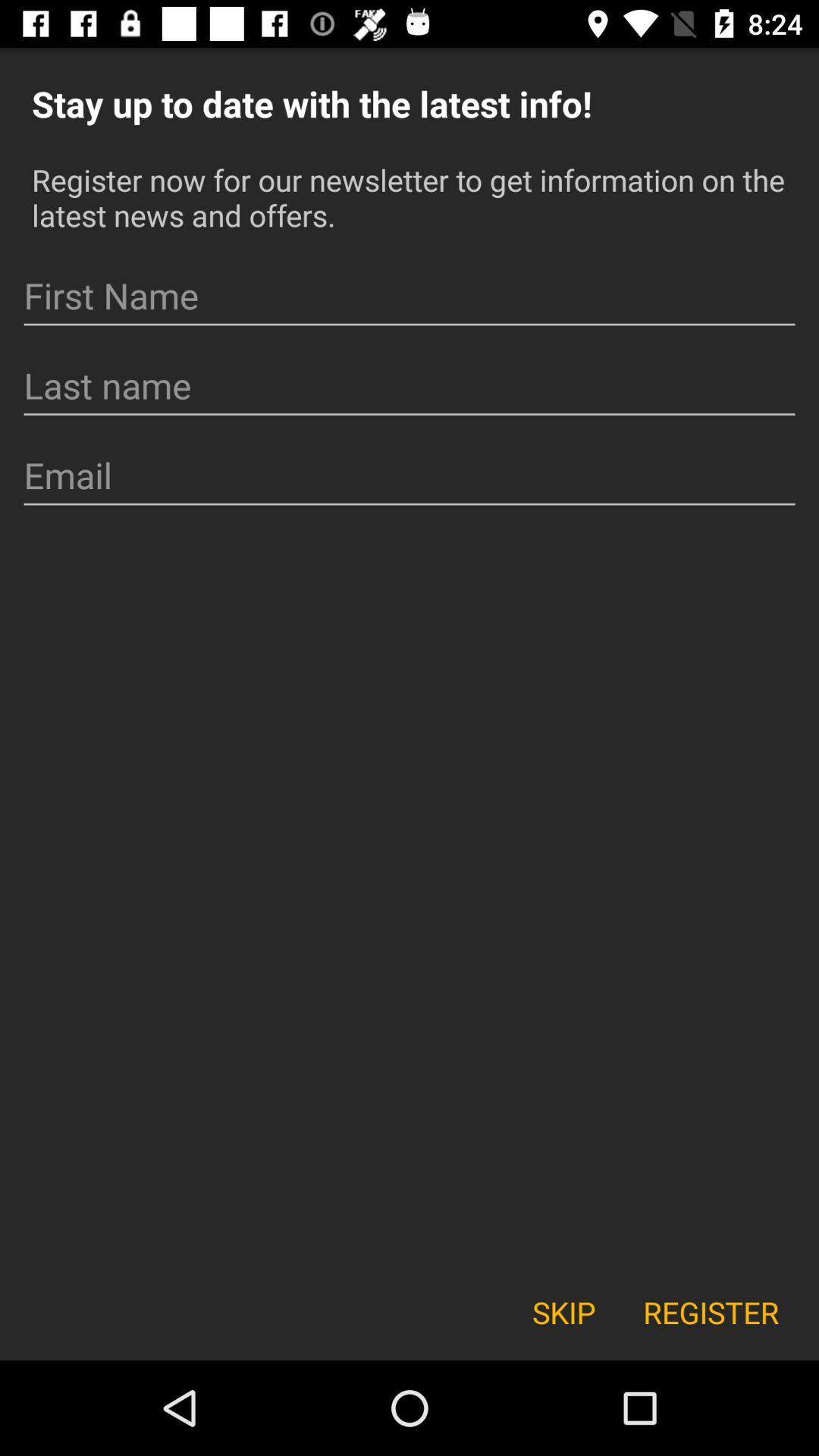 The height and width of the screenshot is (1456, 819). What do you see at coordinates (409, 475) in the screenshot?
I see `email field` at bounding box center [409, 475].